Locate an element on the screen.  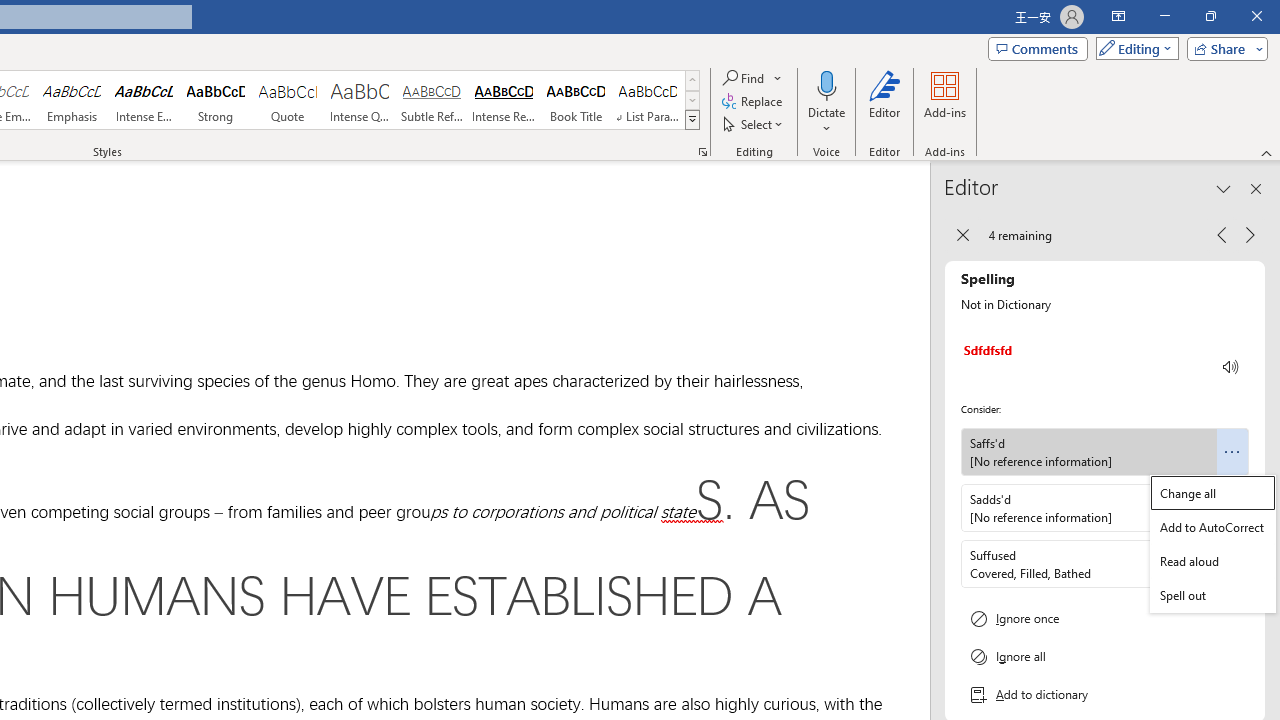
'Intense Emphasis' is located at coordinates (143, 100).